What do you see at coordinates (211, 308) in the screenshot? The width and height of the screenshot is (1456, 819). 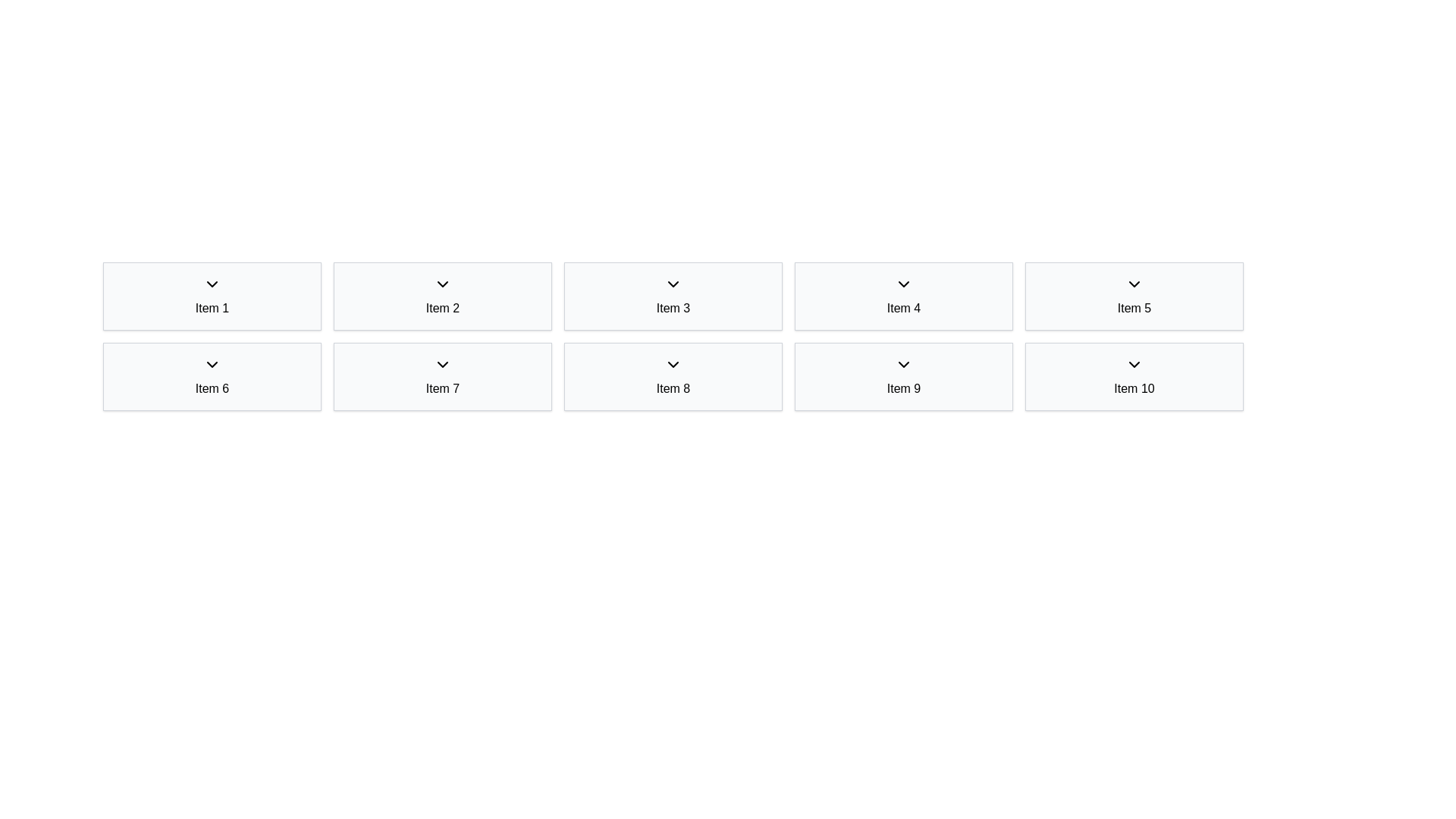 I see `the label that serves as a title for the first grid item, helping users identify its purpose or contents` at bounding box center [211, 308].